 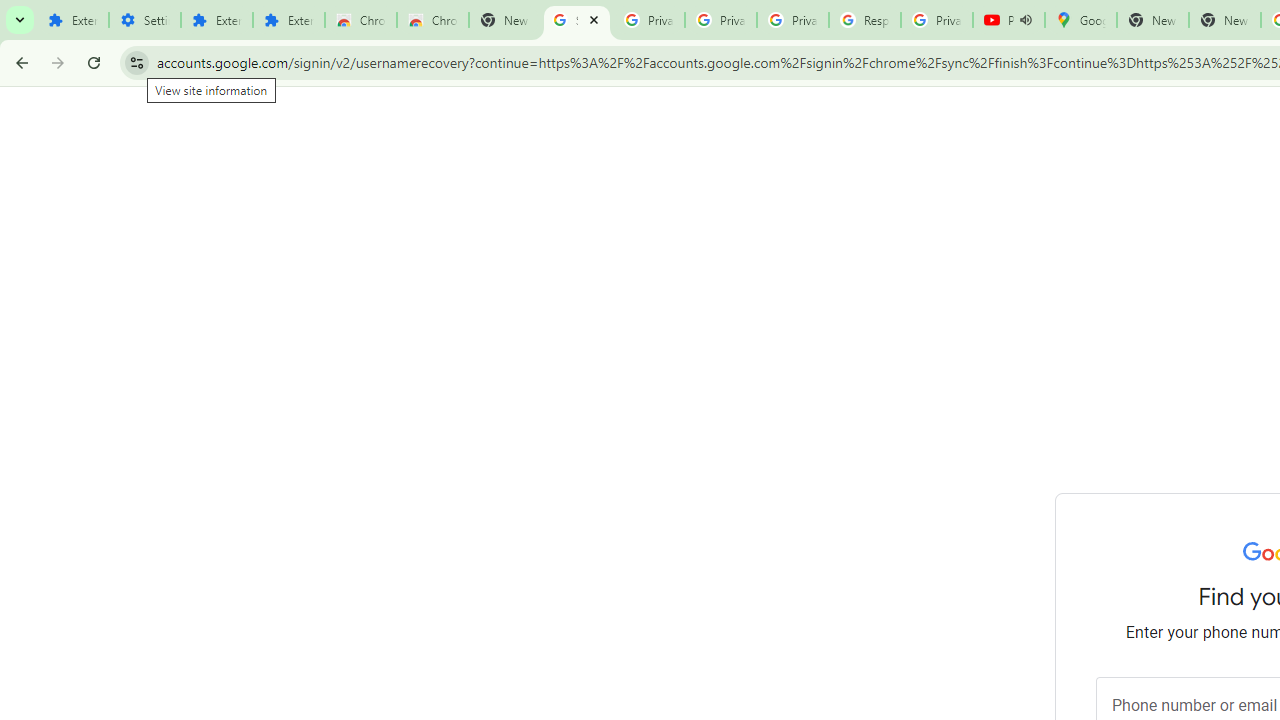 I want to click on 'Extensions', so click(x=288, y=20).